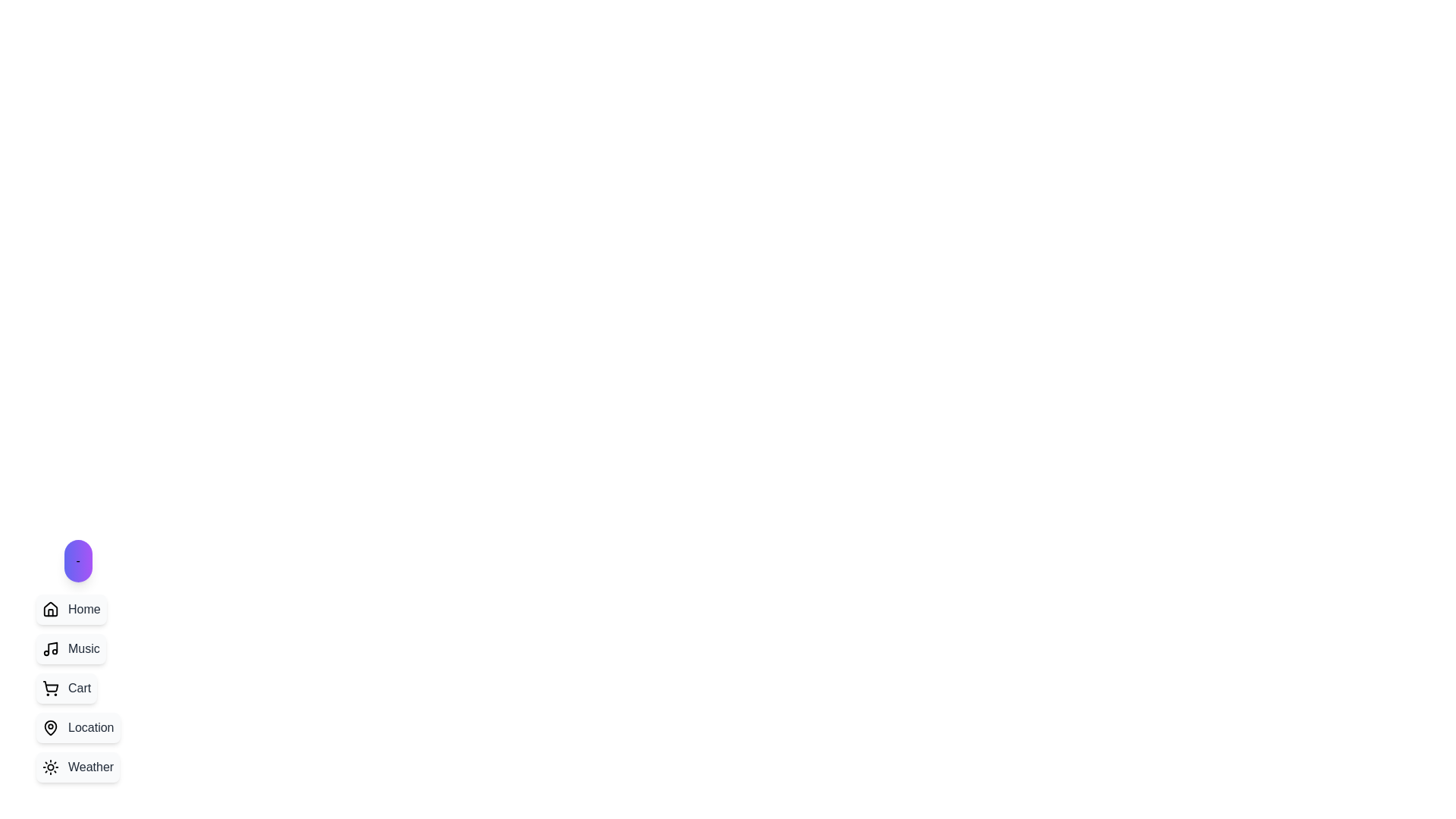 This screenshot has height=819, width=1456. I want to click on the 'Location' button, so click(51, 727).